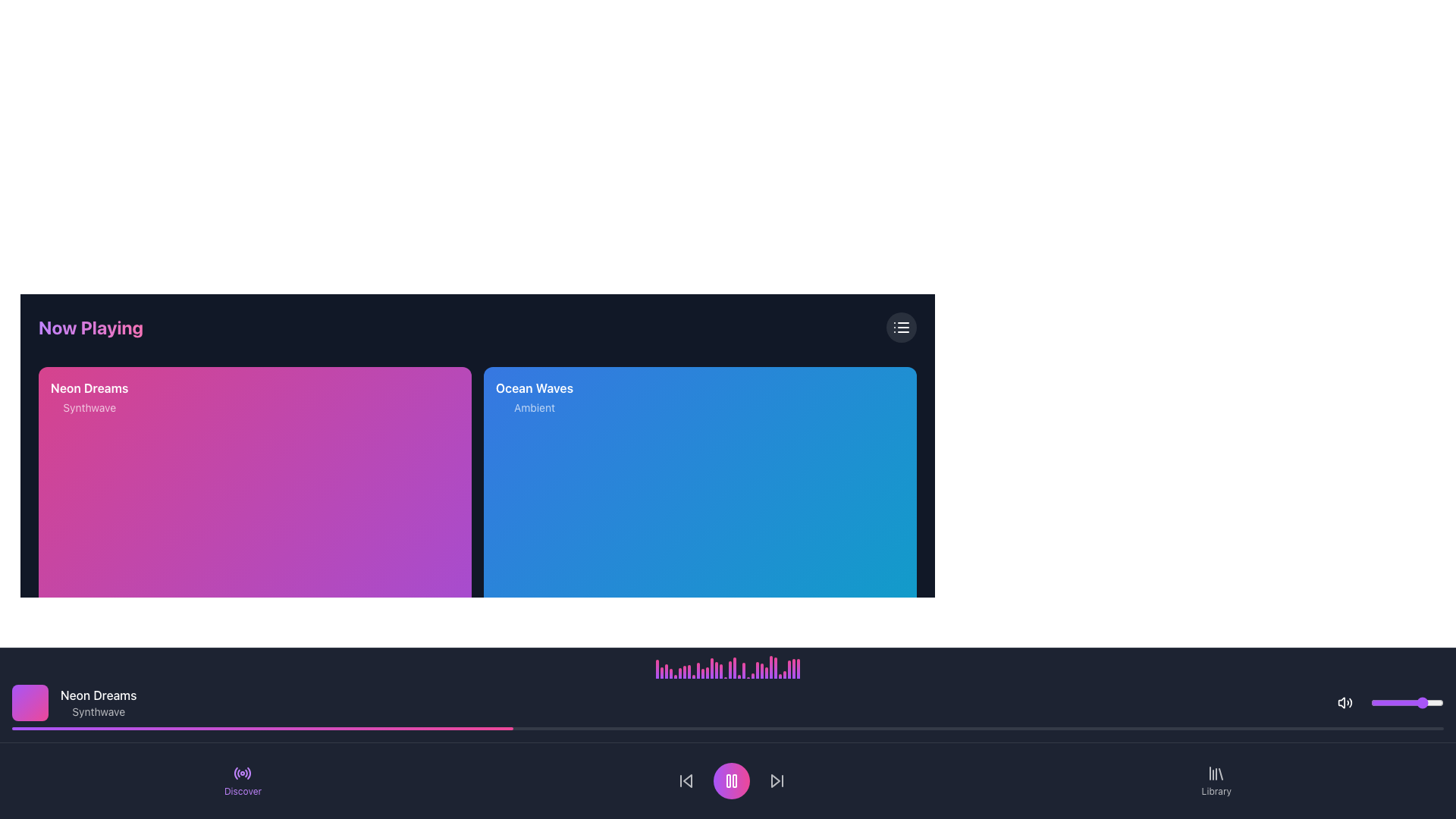 The width and height of the screenshot is (1456, 819). I want to click on the 19th visual indicator bar from the left, which represents sound levels or activity, to interact with it, so click(739, 670).